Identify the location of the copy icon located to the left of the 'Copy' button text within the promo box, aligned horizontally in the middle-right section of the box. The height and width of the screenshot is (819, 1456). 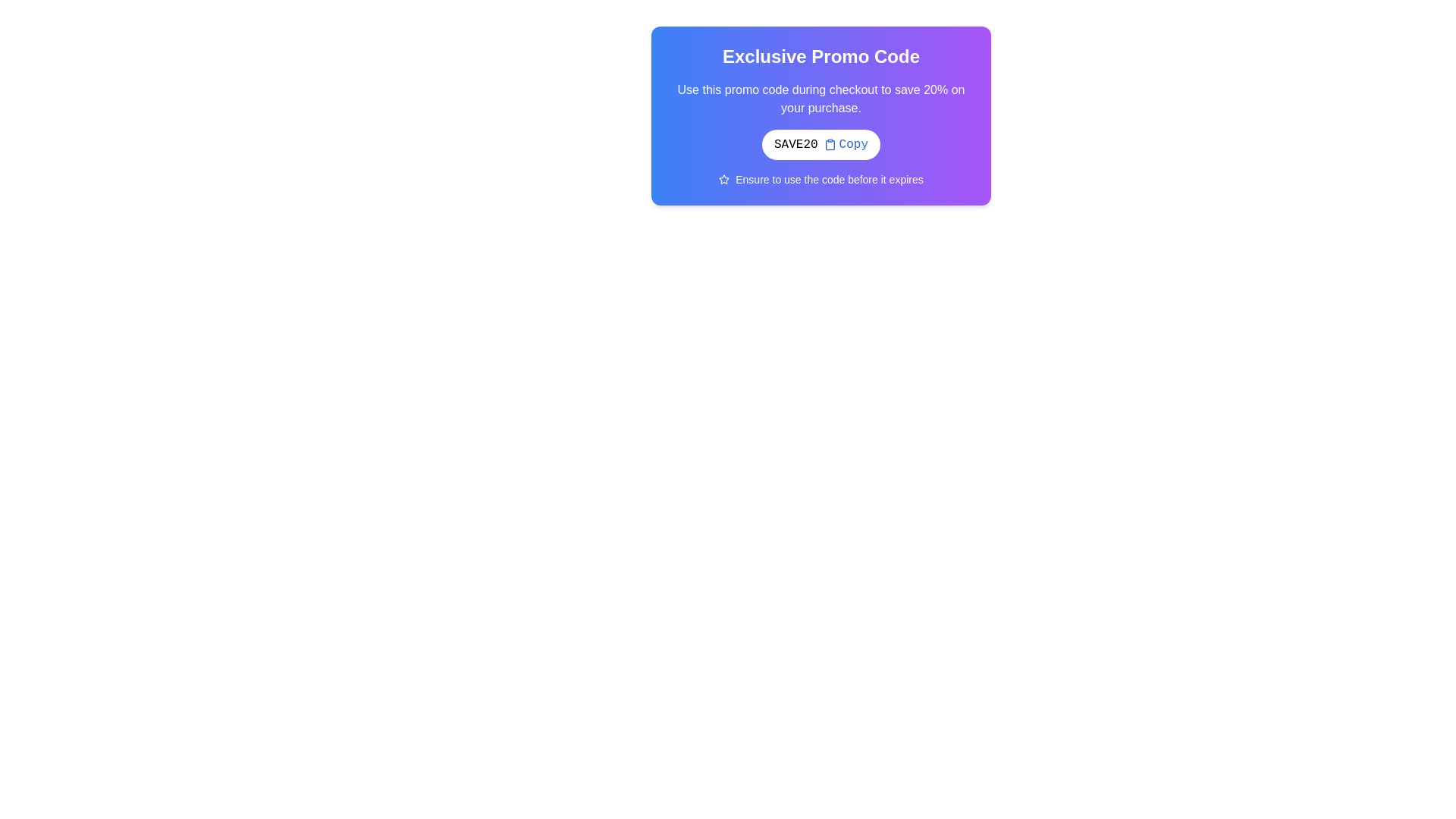
(829, 145).